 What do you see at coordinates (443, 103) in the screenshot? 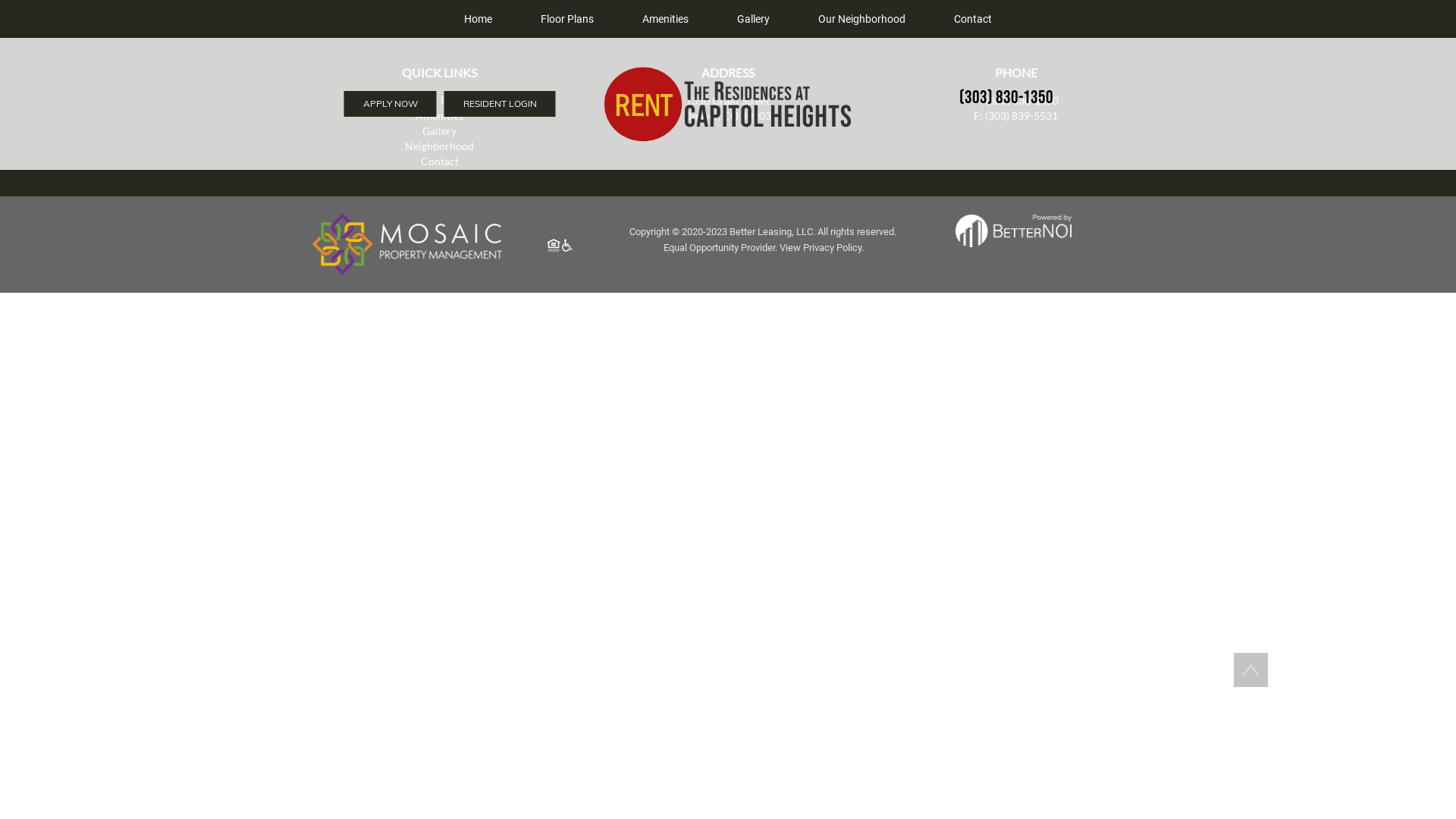
I see `'RESIDENT LOGIN'` at bounding box center [443, 103].